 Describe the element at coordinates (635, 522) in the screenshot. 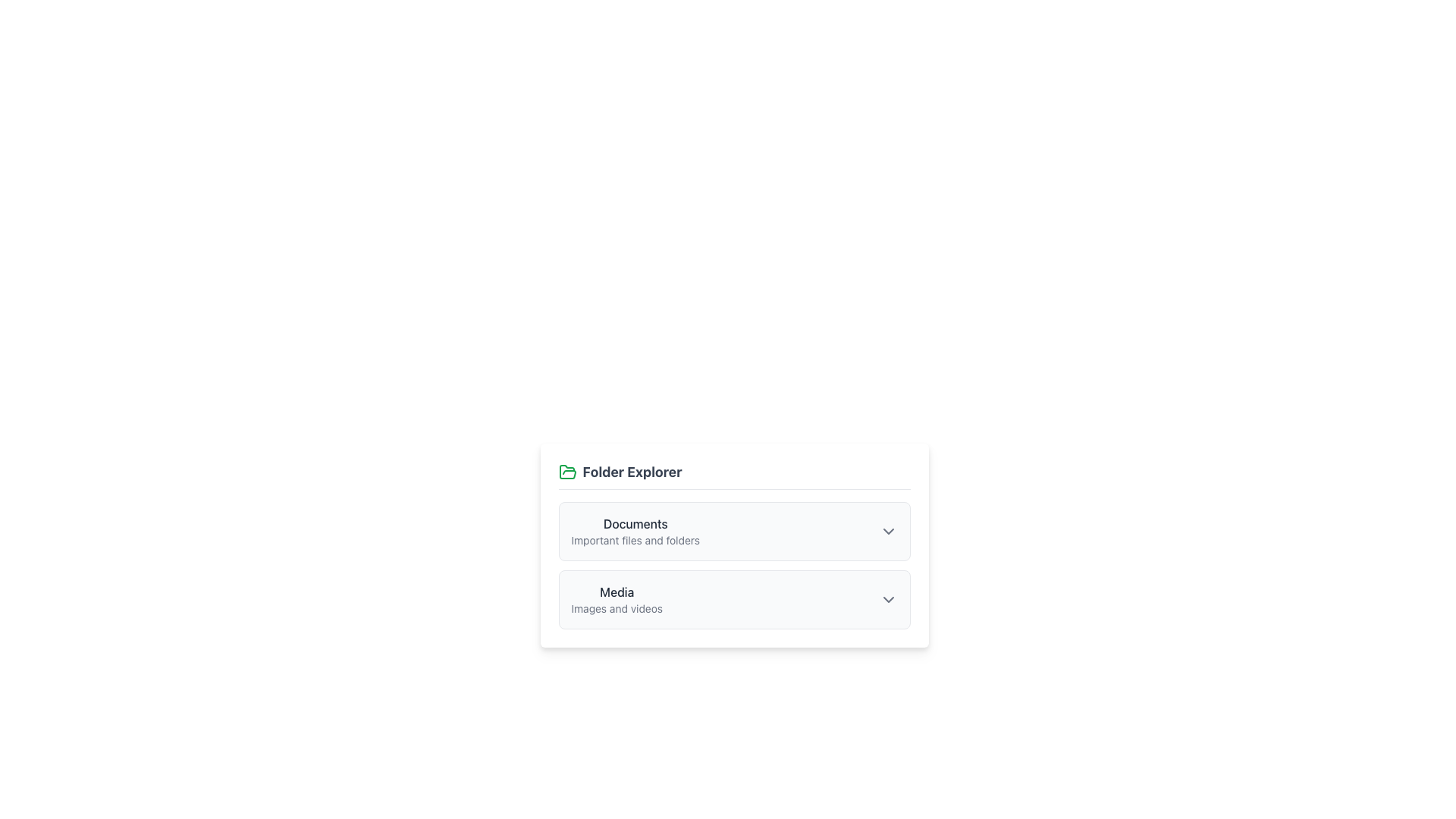

I see `the Text Label that reads 'Documents', which is styled with medium-weight font in dark gray color, located at the top-left corner of the section under 'Folder Explorer'` at that location.